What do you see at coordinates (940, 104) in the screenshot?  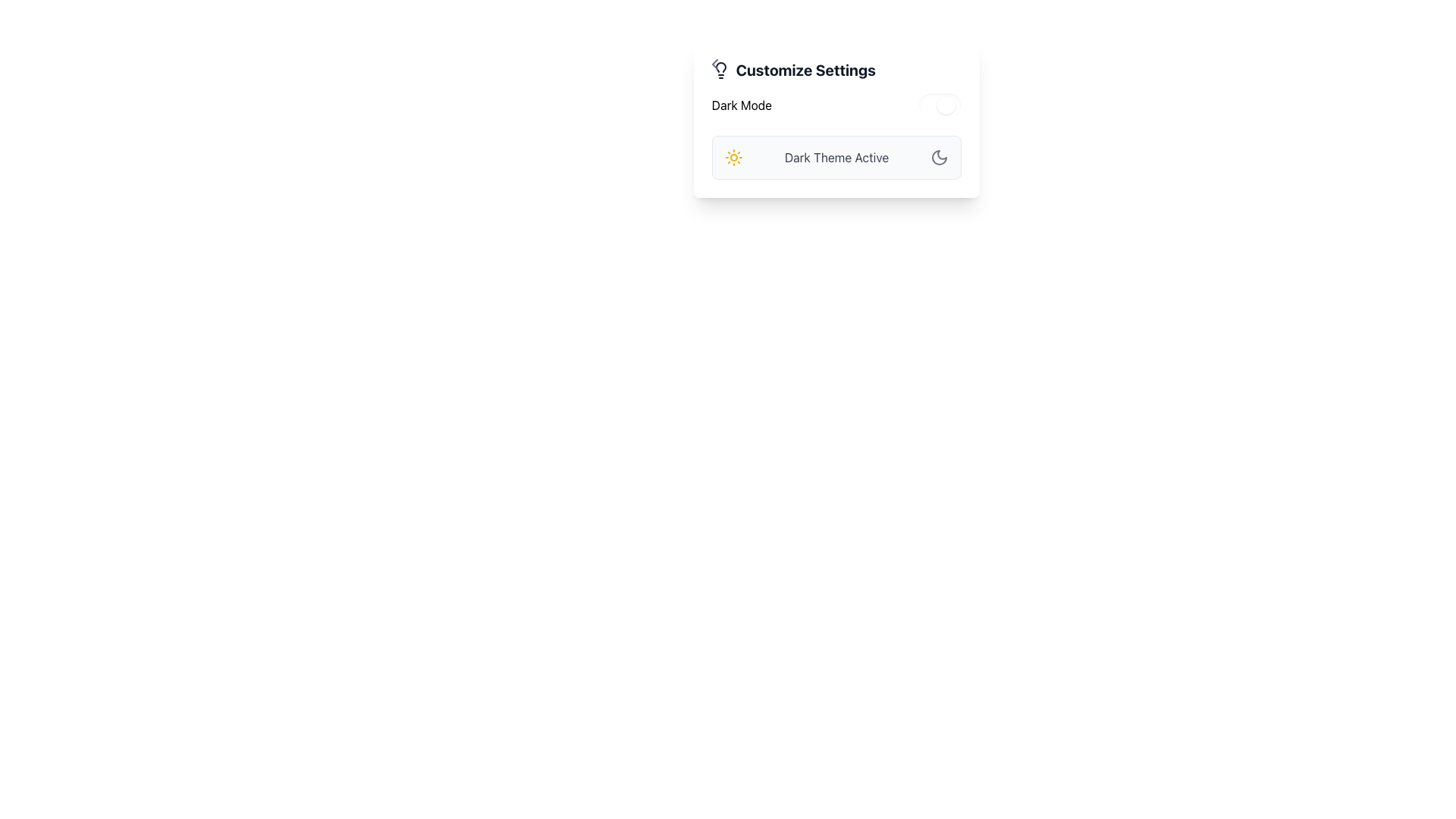 I see `the toggle switch for 'Dark Mode', which is styled with a blue background and a white circular handle indicating an 'on' state` at bounding box center [940, 104].